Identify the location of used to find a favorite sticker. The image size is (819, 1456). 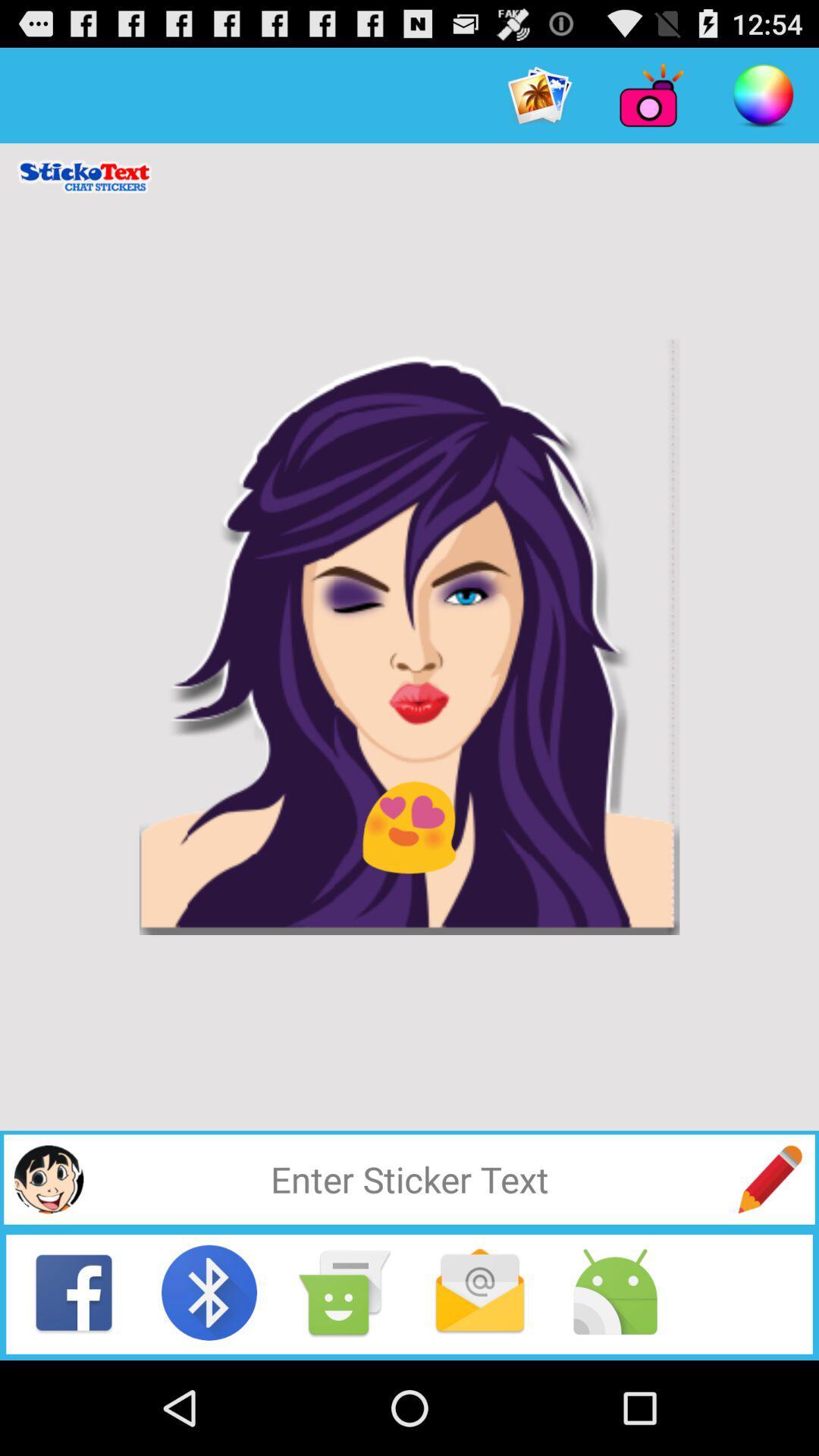
(409, 1178).